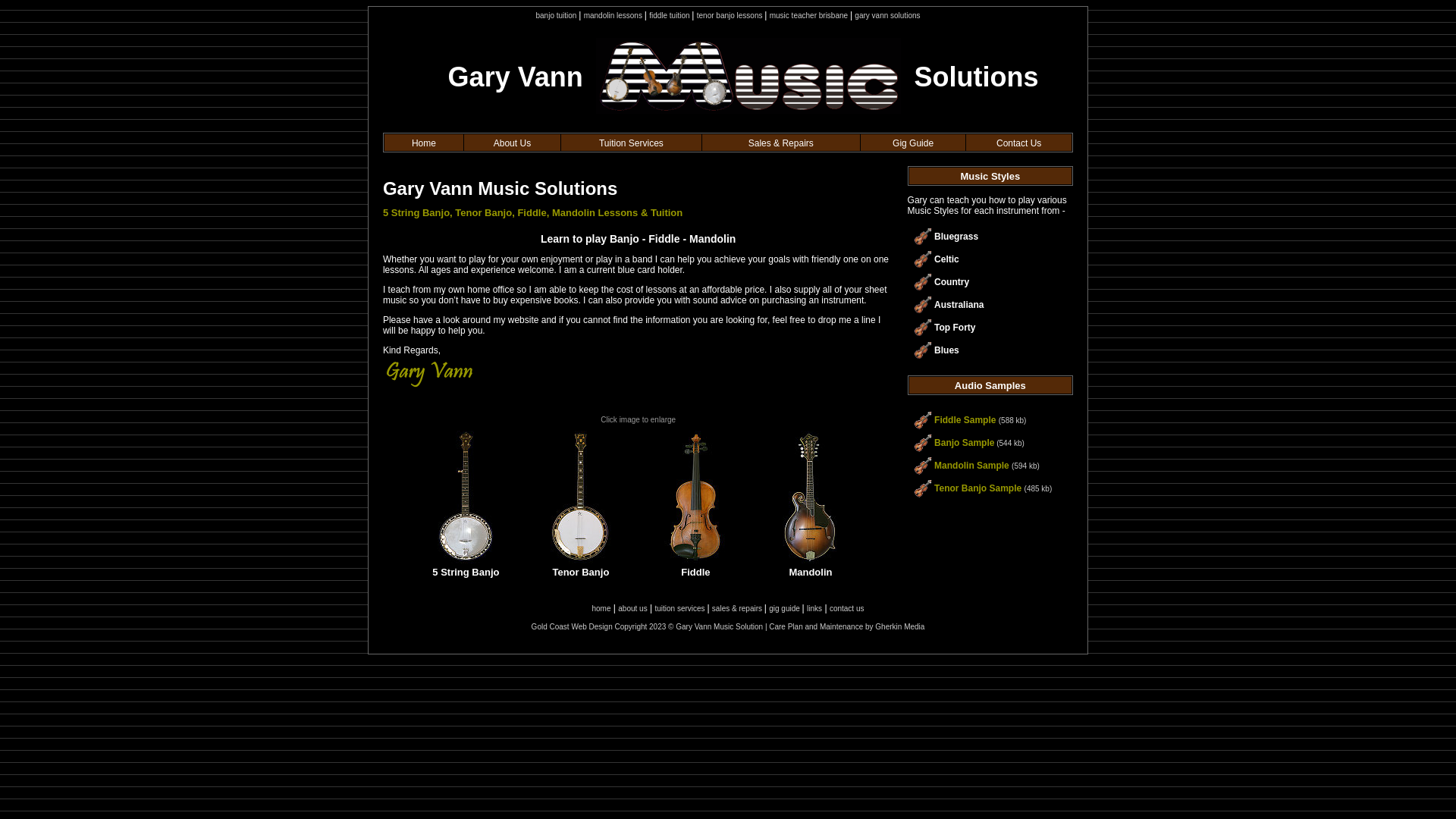 Image resolution: width=1456 pixels, height=819 pixels. Describe the element at coordinates (571, 626) in the screenshot. I see `'Gold Coast Web Design'` at that location.